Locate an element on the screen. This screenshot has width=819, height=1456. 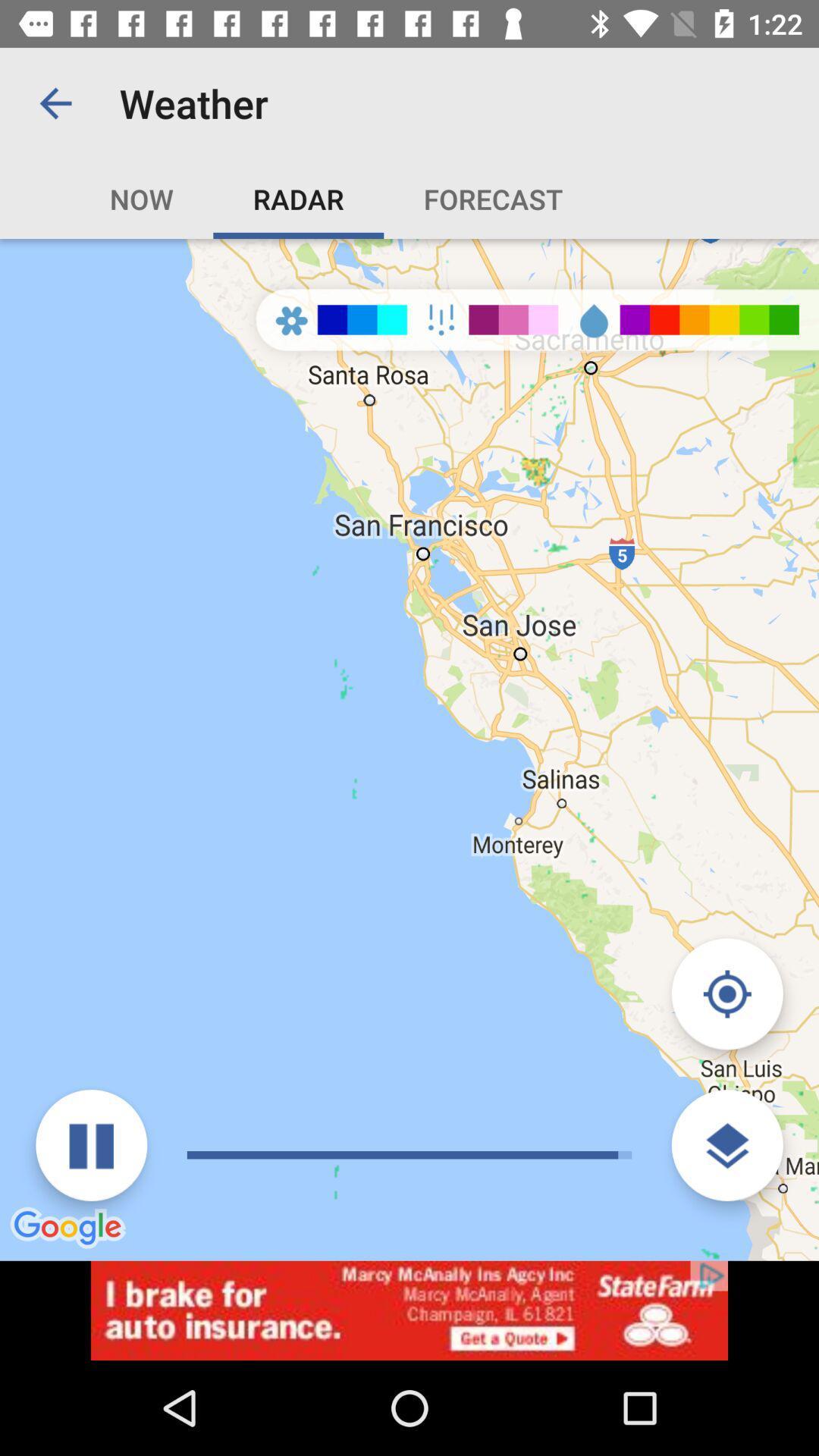
visit advertiser is located at coordinates (409, 1310).